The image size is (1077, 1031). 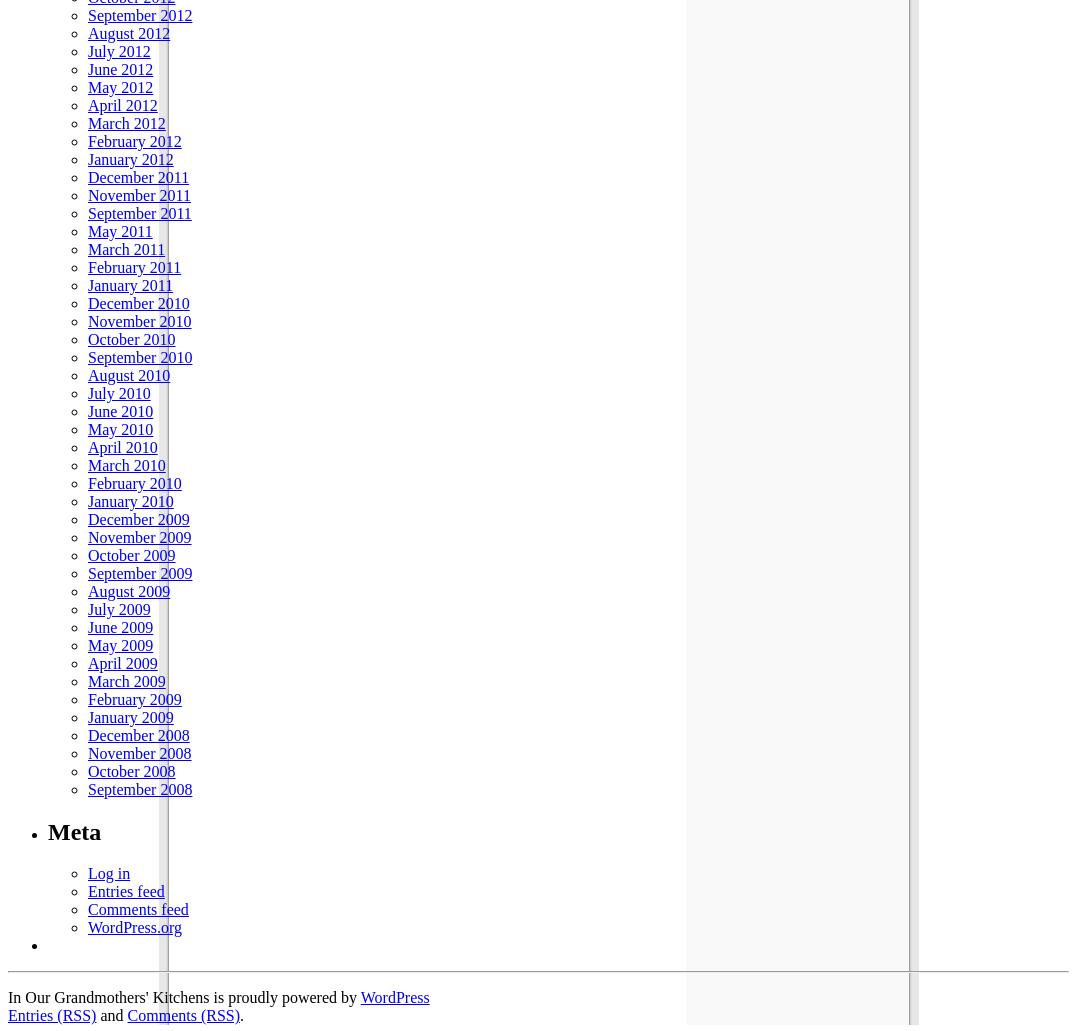 What do you see at coordinates (126, 248) in the screenshot?
I see `'March 2011'` at bounding box center [126, 248].